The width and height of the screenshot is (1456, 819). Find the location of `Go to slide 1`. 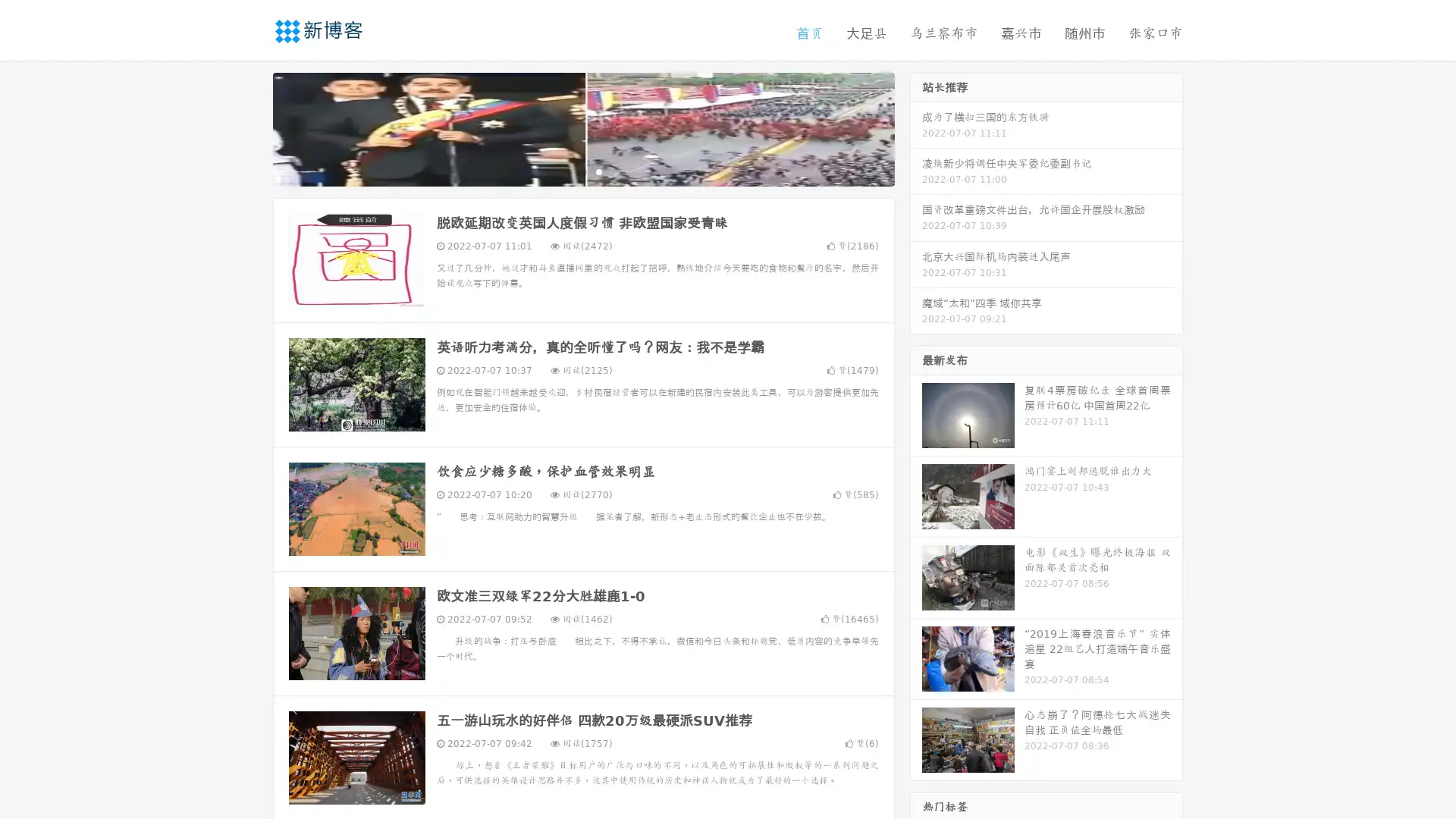

Go to slide 1 is located at coordinates (567, 171).